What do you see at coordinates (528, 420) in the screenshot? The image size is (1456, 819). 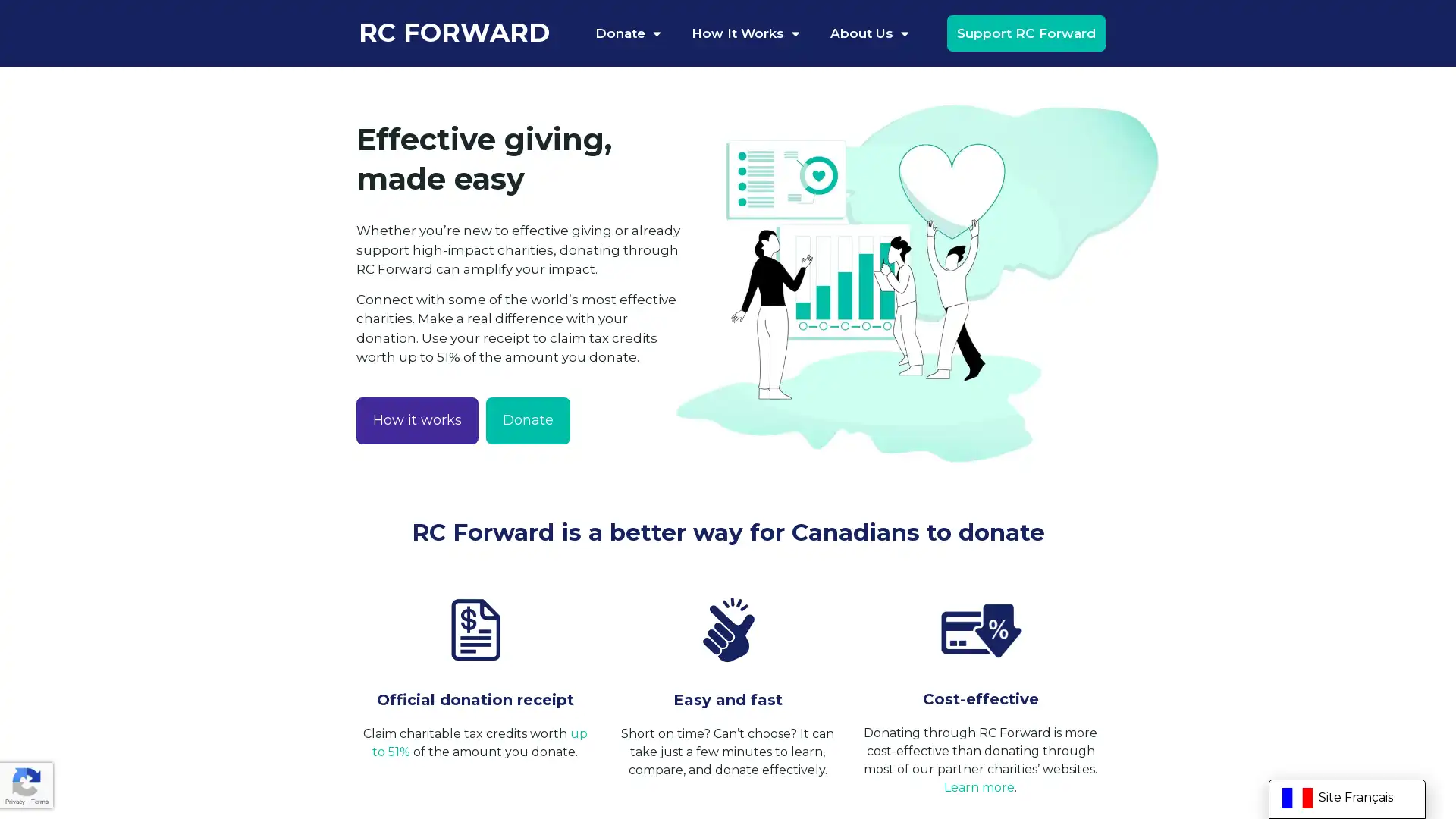 I see `Donate` at bounding box center [528, 420].